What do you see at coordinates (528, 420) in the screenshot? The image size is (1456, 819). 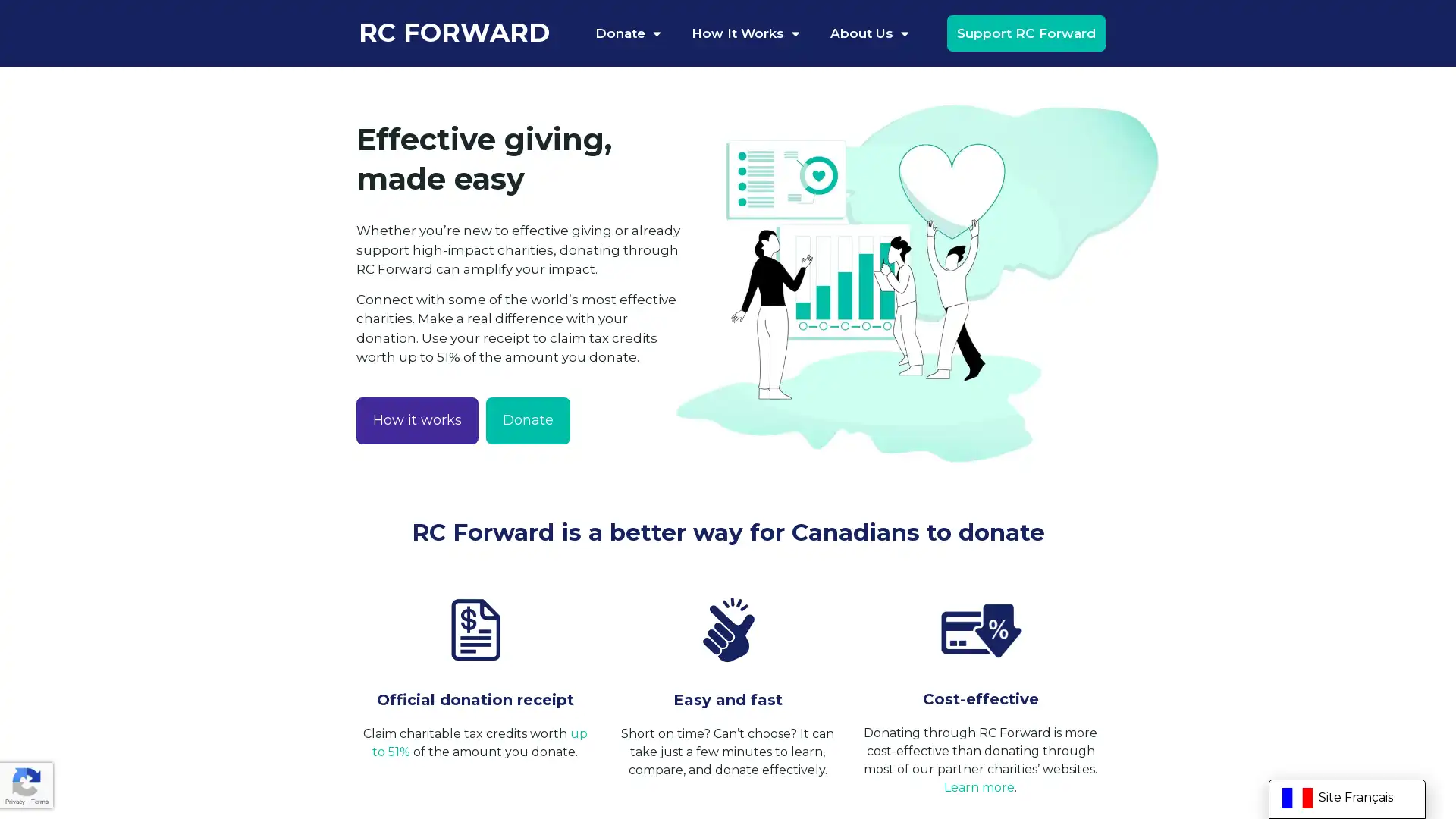 I see `Donate` at bounding box center [528, 420].